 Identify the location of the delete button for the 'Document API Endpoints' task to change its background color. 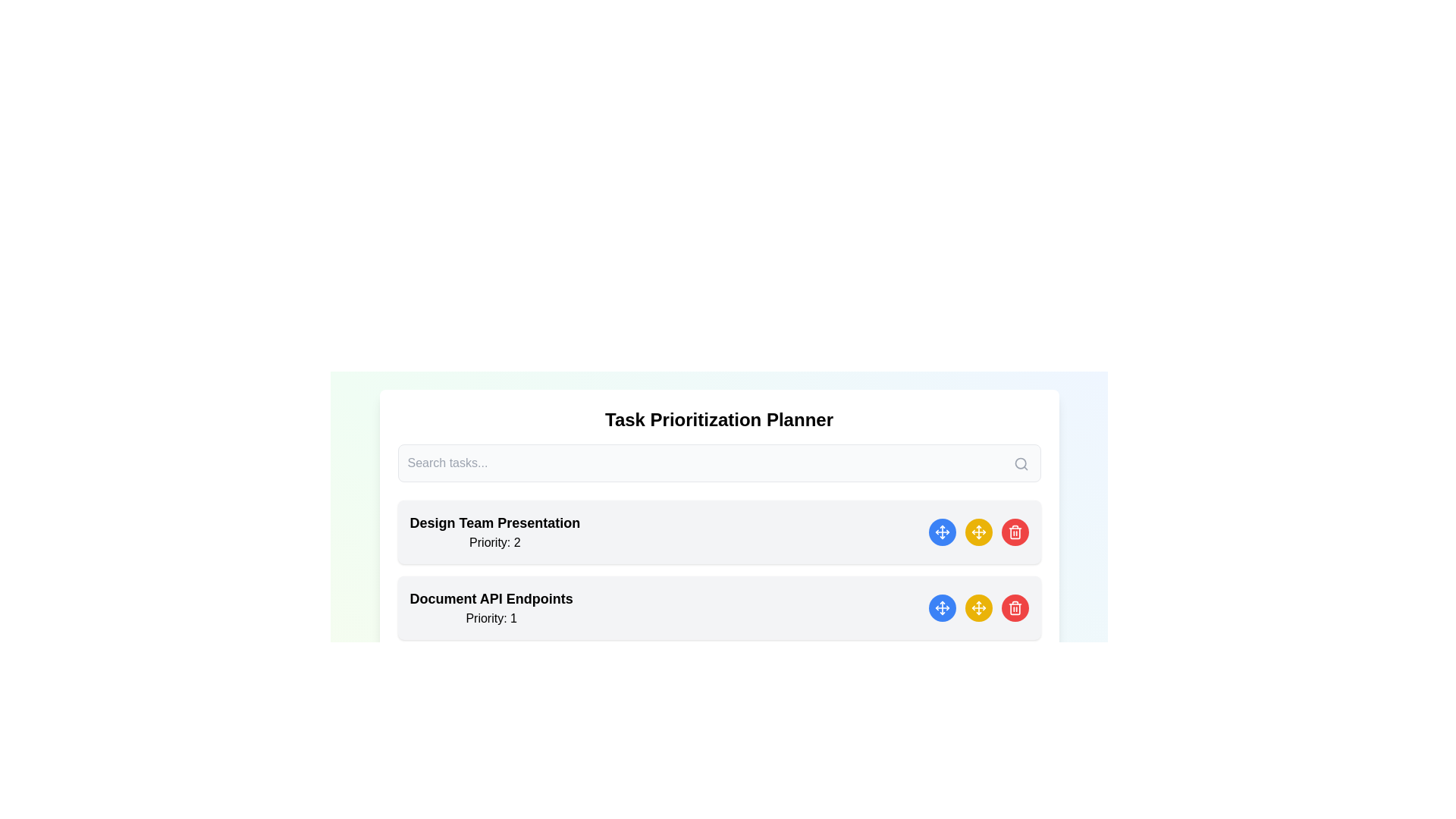
(1015, 607).